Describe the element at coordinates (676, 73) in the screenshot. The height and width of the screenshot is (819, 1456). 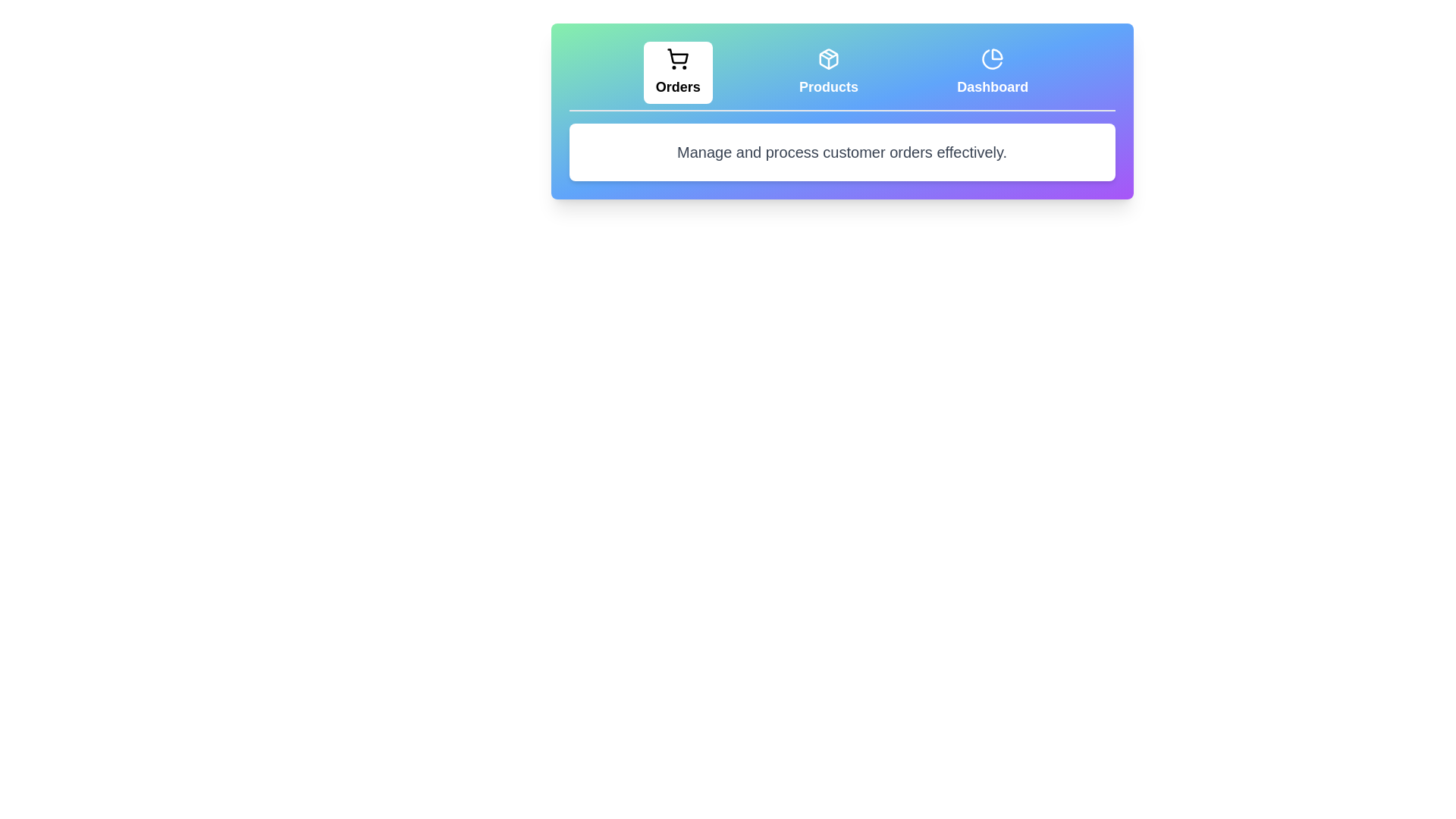
I see `the tab labeled Orders to observe its hover effect` at that location.